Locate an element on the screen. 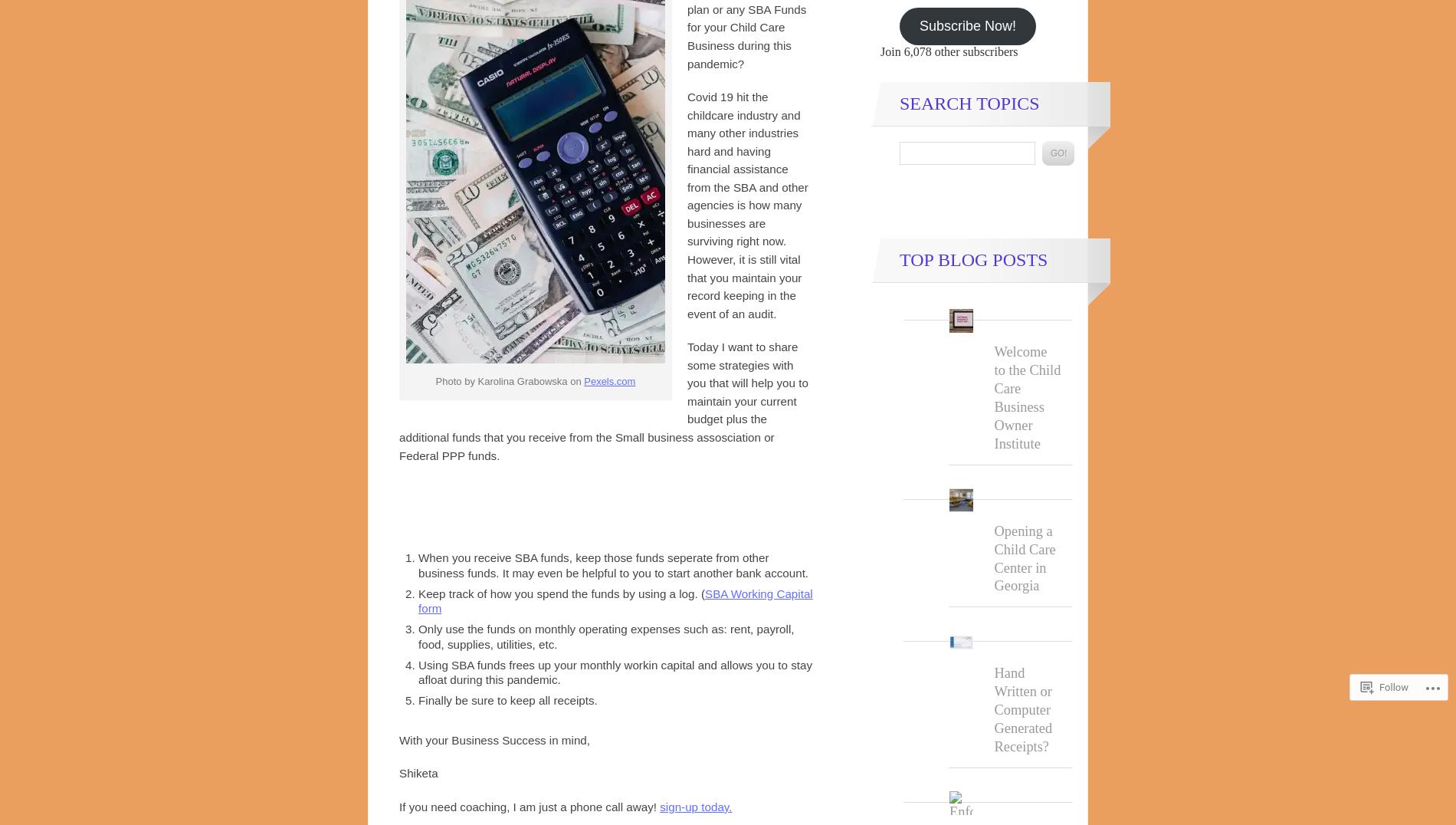 The image size is (1456, 825). 'Welcome to the Child Care Business Owner Institute' is located at coordinates (1026, 397).